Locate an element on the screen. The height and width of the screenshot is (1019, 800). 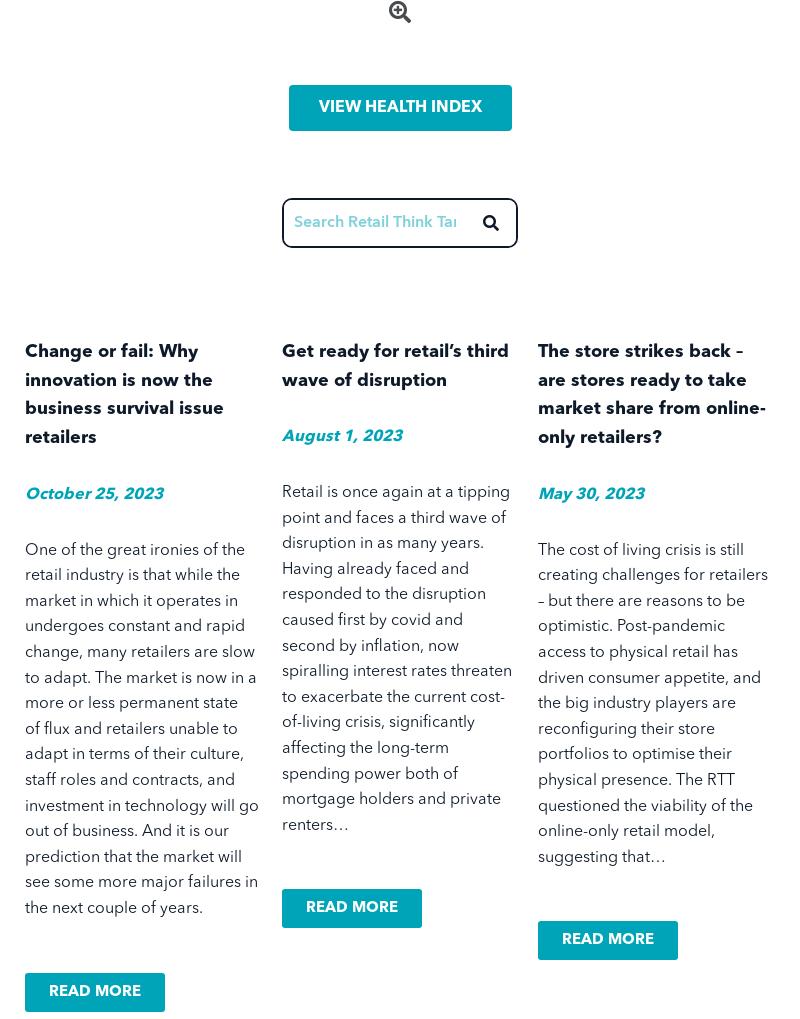
'and investment in technology will go out of business. And it is our prediction that the' is located at coordinates (142, 818).